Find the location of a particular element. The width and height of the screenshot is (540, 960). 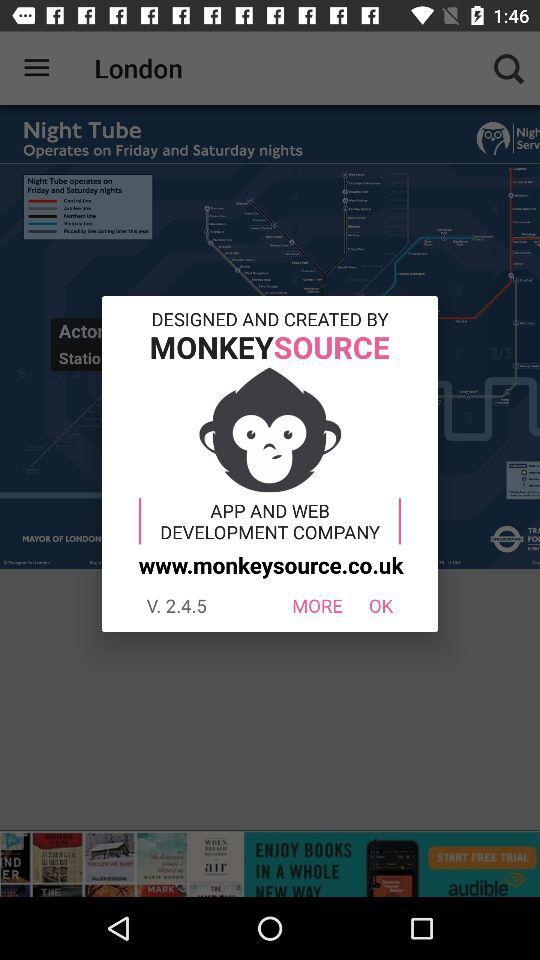

the icon below www monkeysource co icon is located at coordinates (381, 604).